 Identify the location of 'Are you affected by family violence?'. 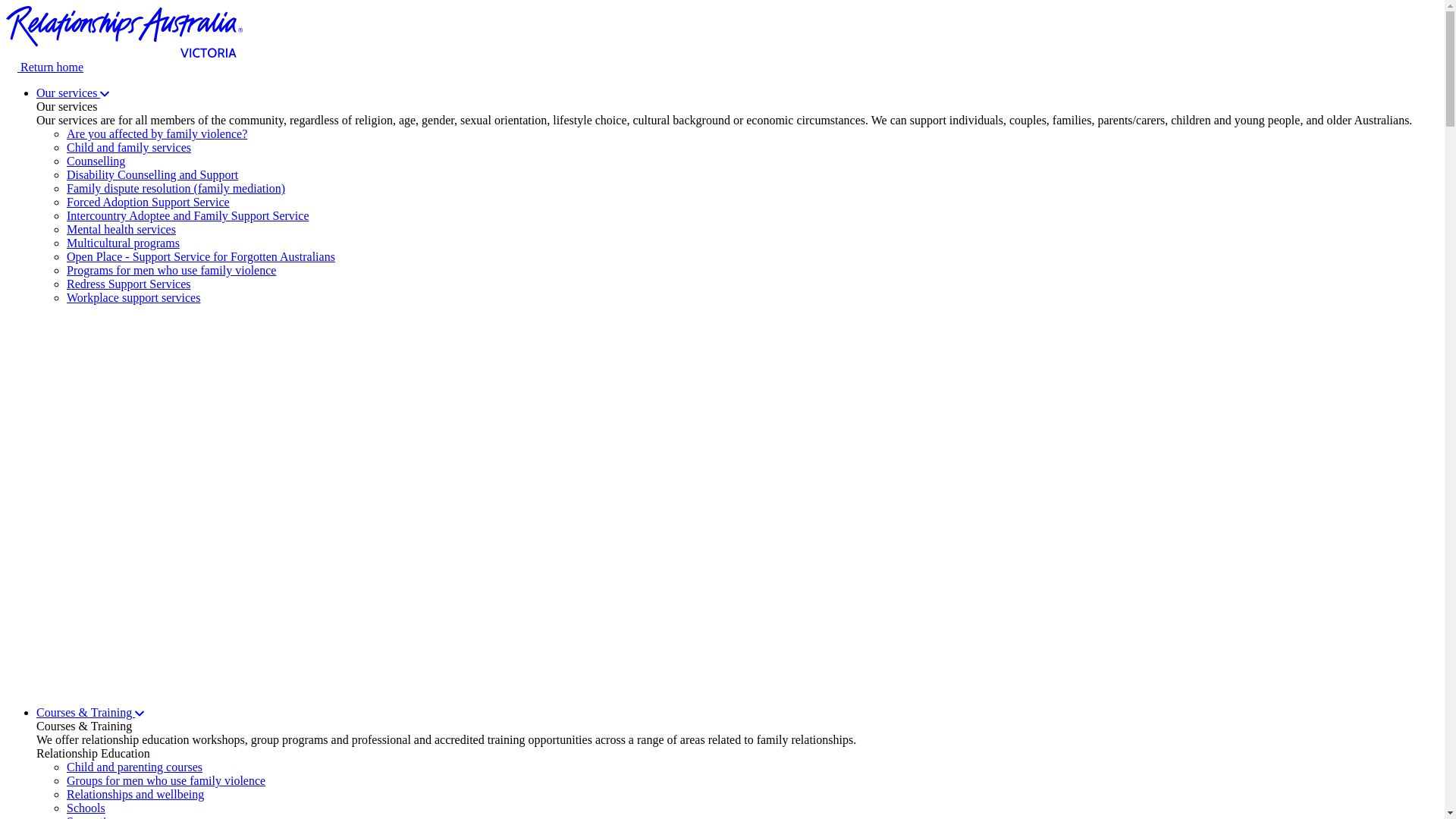
(65, 133).